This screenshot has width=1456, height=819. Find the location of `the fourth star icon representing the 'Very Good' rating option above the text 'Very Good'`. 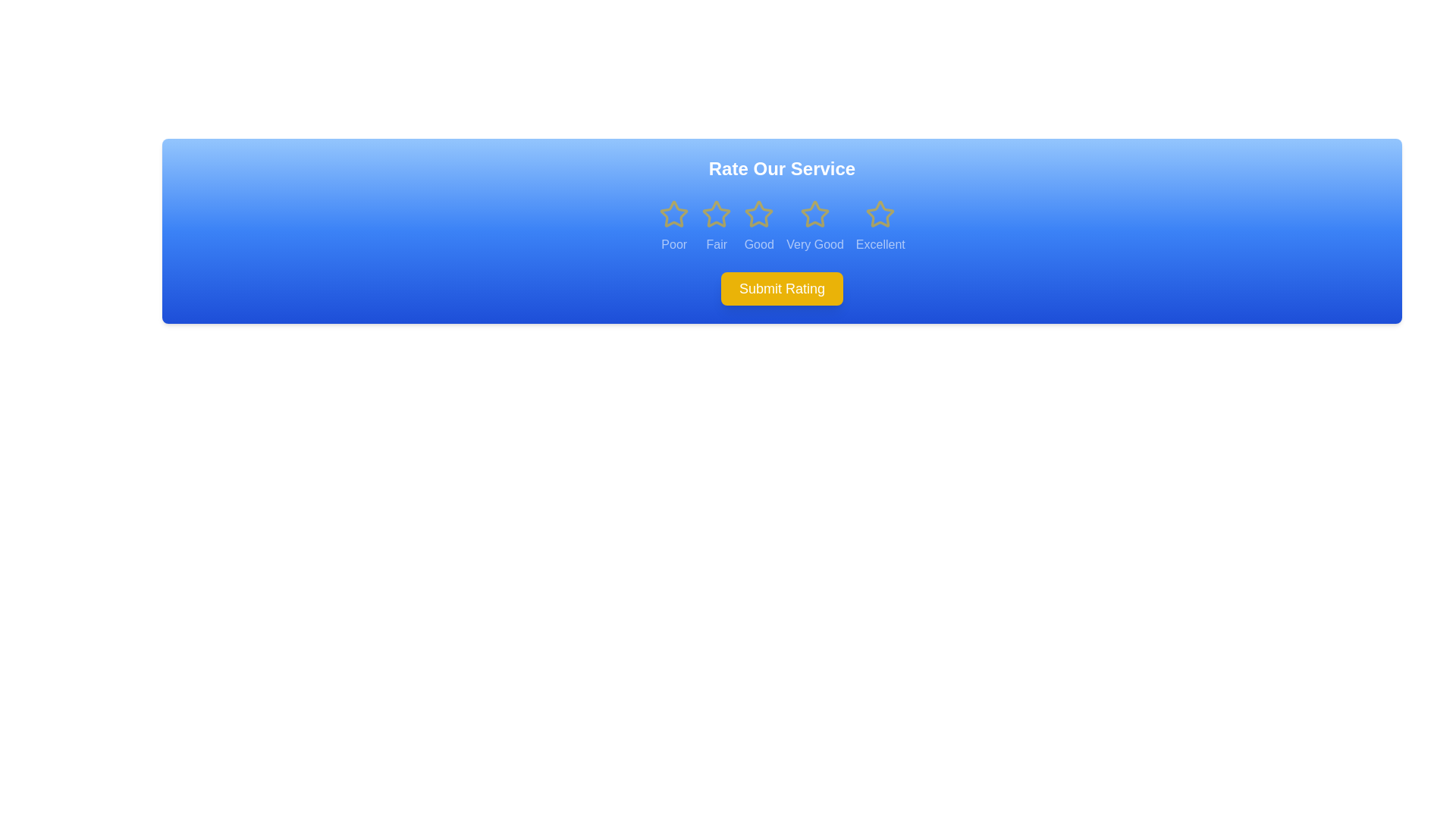

the fourth star icon representing the 'Very Good' rating option above the text 'Very Good' is located at coordinates (814, 214).